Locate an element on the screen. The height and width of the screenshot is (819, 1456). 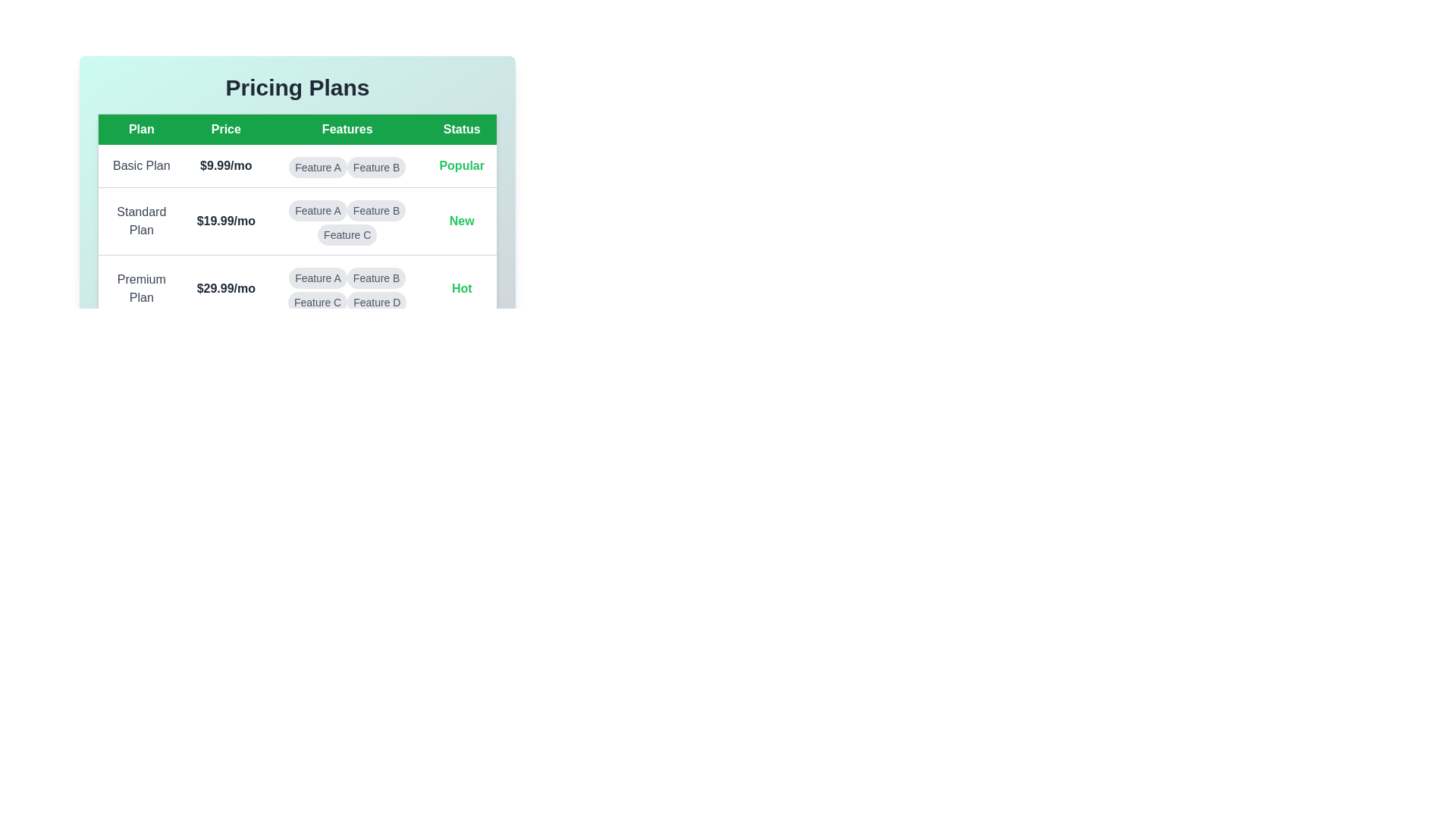
the details of the selected plan: Standard Plan is located at coordinates (141, 221).